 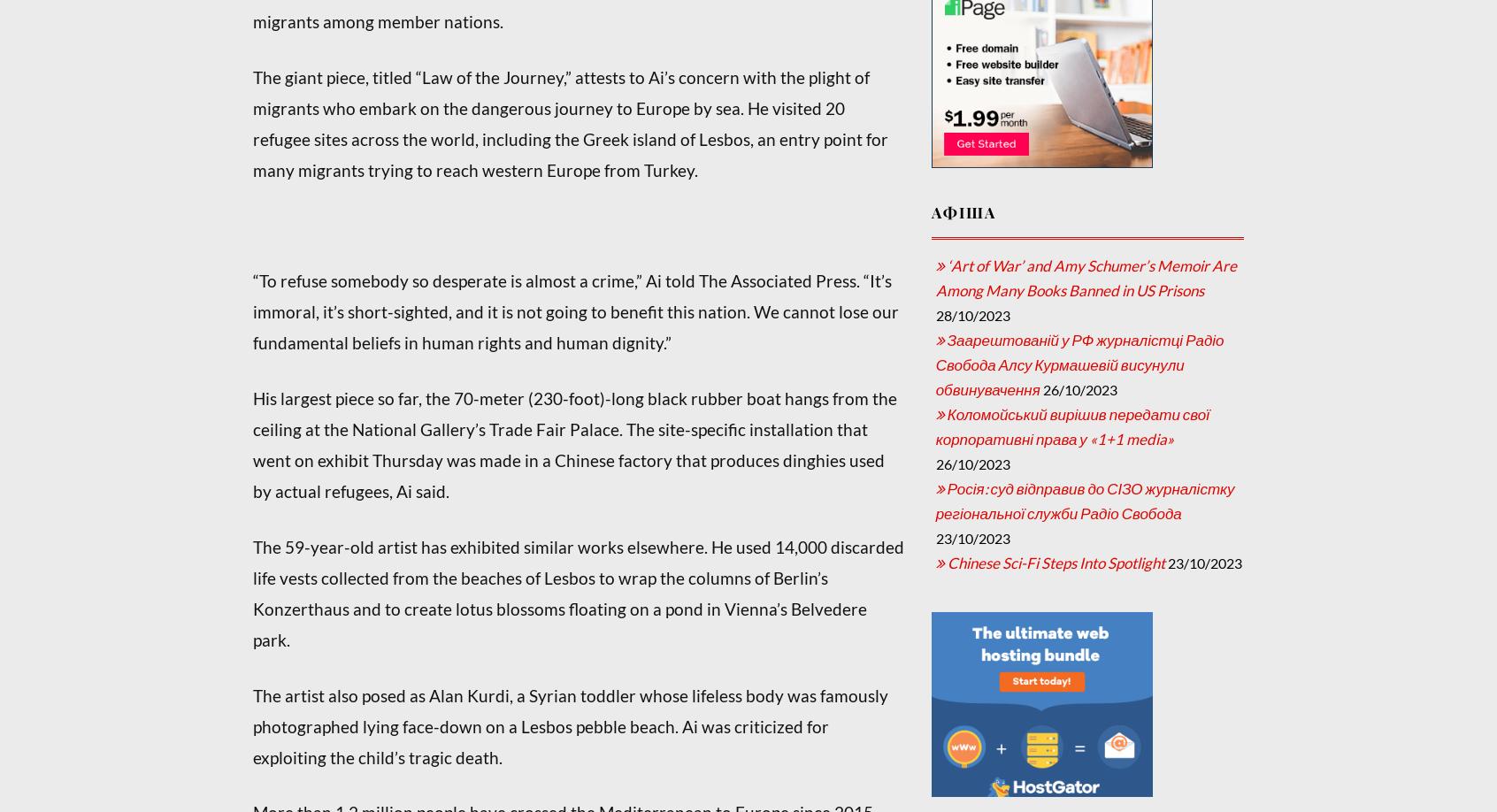 What do you see at coordinates (1071, 426) in the screenshot?
I see `'Коломойський вирішив передати свої корпоративні права у «1+1 media»'` at bounding box center [1071, 426].